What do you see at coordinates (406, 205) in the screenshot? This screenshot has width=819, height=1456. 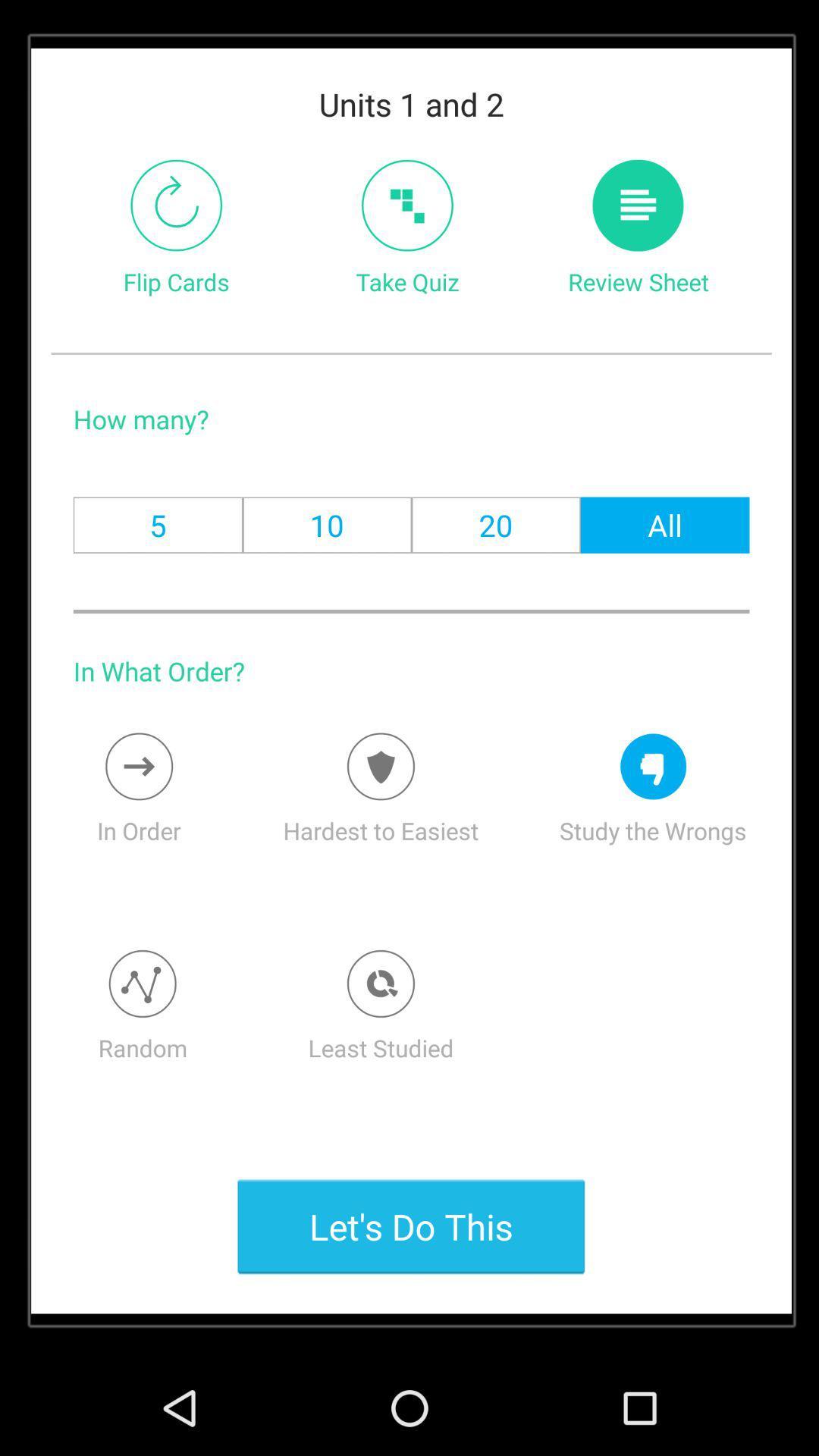 I see `take quiz` at bounding box center [406, 205].